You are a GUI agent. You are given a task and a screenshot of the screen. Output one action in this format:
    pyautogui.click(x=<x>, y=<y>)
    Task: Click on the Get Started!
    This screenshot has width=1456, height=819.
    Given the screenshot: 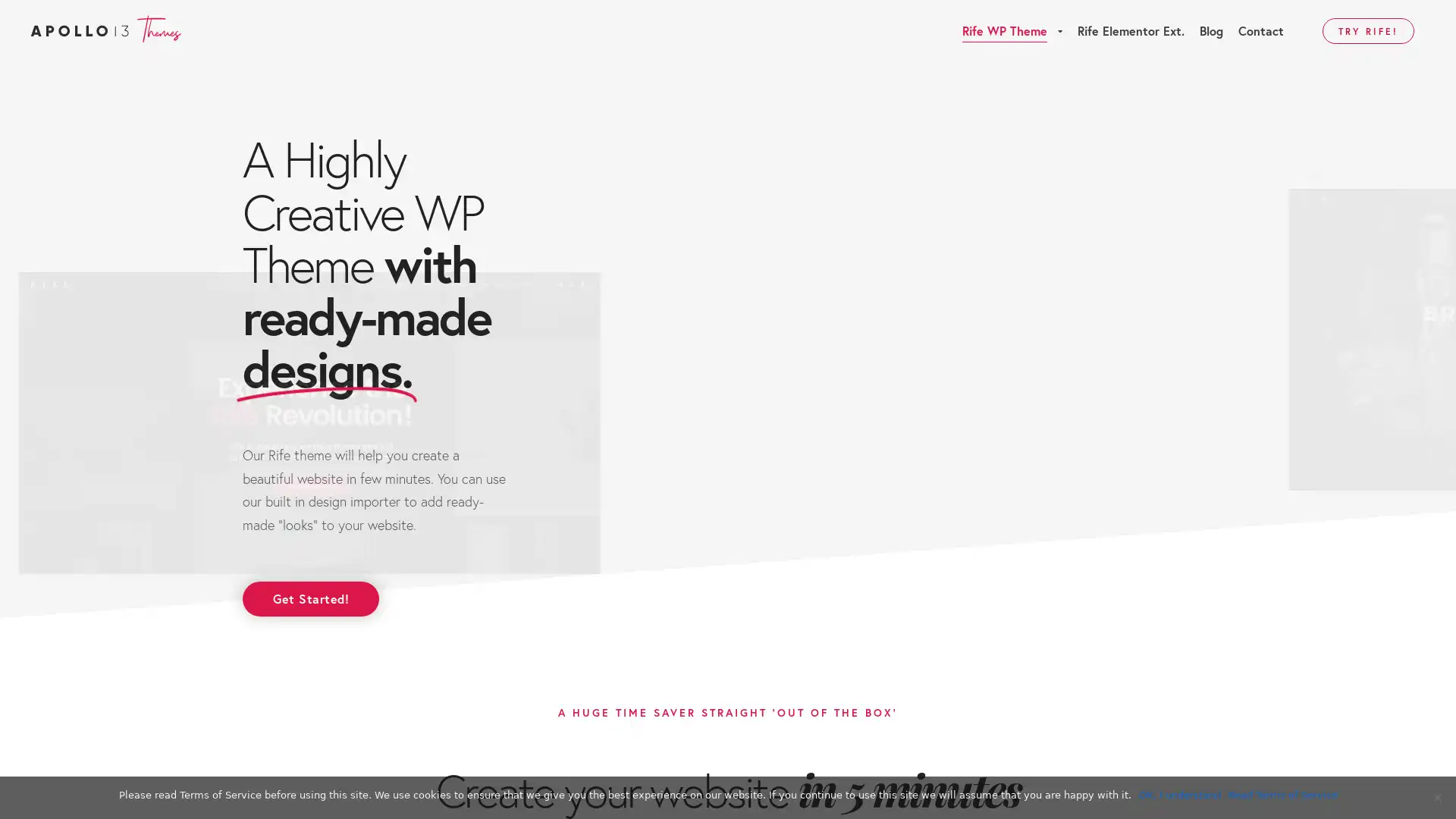 What is the action you would take?
    pyautogui.click(x=309, y=598)
    